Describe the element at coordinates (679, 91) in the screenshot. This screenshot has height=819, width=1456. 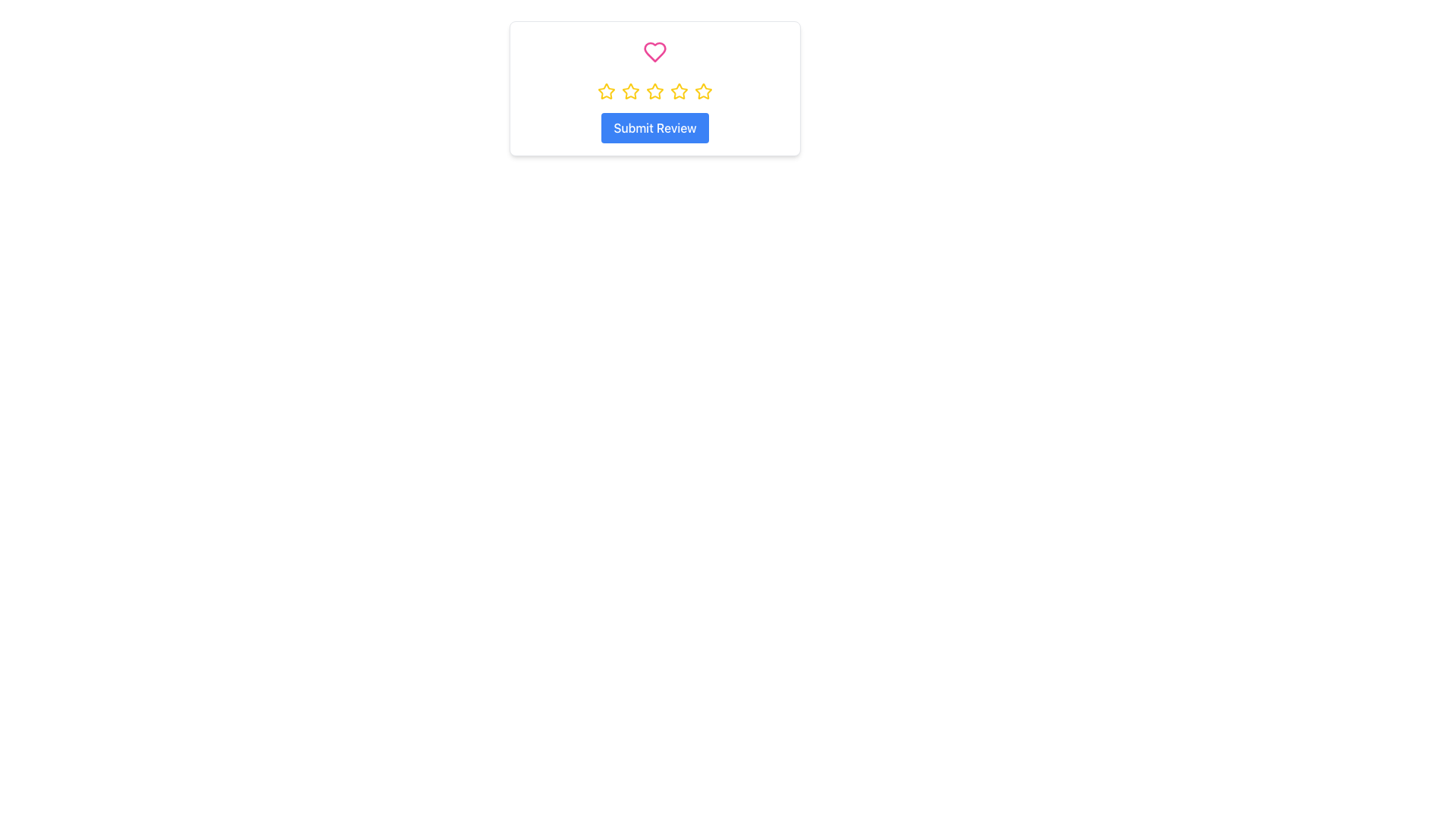
I see `the third rating star icon` at that location.